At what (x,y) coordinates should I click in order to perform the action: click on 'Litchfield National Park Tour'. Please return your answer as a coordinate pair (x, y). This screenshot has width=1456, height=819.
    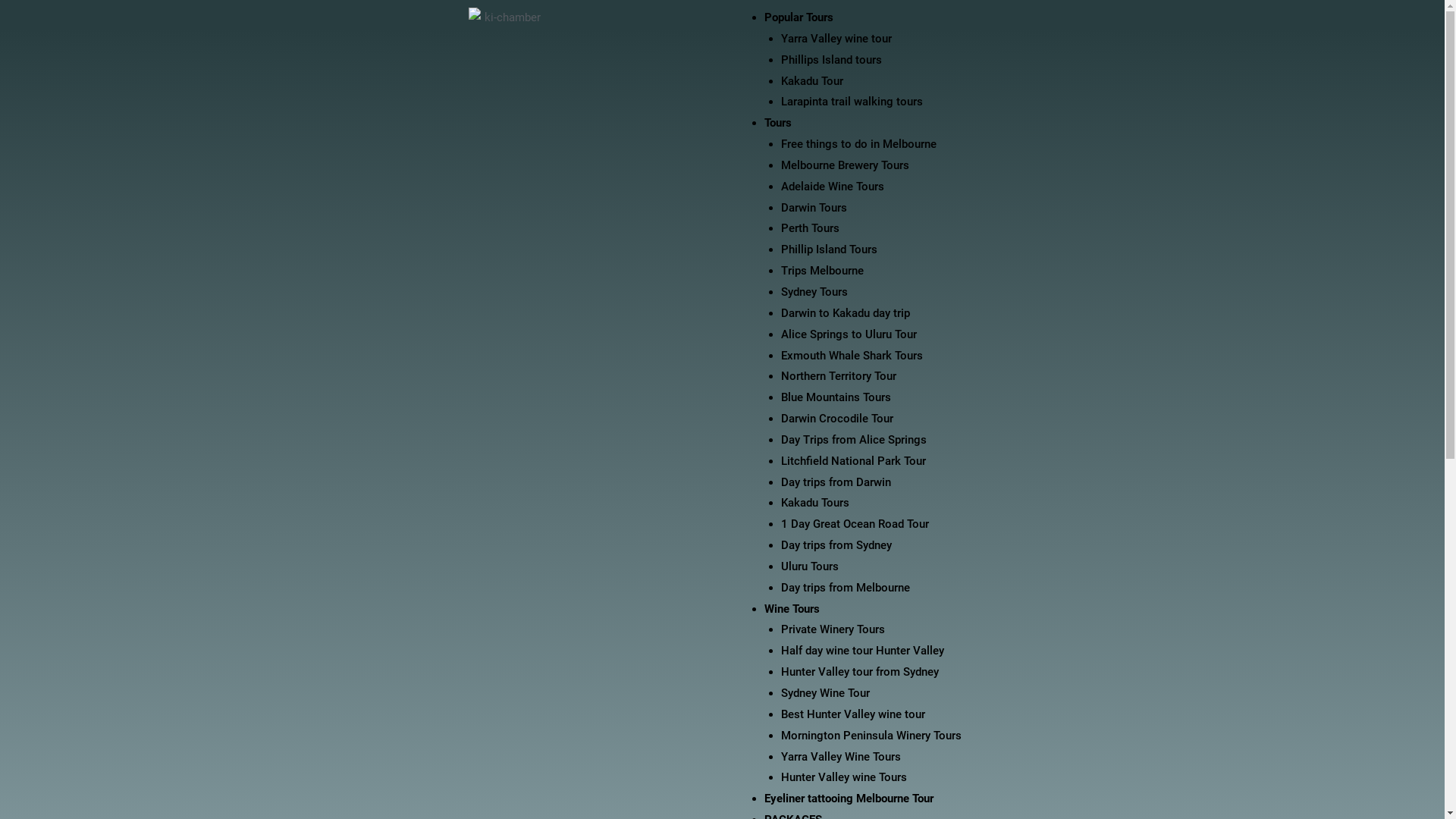
    Looking at the image, I should click on (853, 460).